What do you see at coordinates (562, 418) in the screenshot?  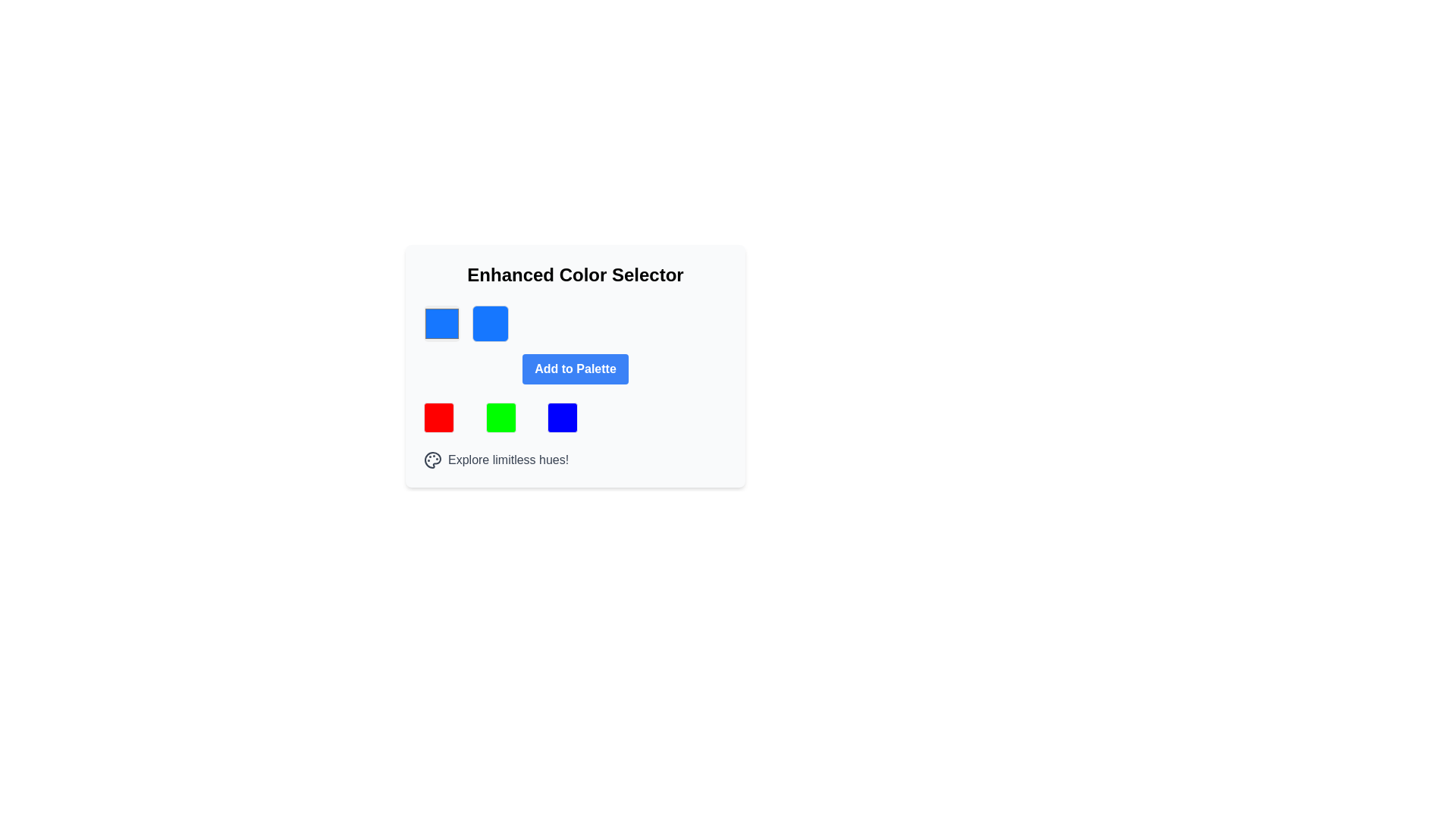 I see `the third color swatch in the bottom row of the color selector grid located under the 'Enhanced Color Selector' section` at bounding box center [562, 418].